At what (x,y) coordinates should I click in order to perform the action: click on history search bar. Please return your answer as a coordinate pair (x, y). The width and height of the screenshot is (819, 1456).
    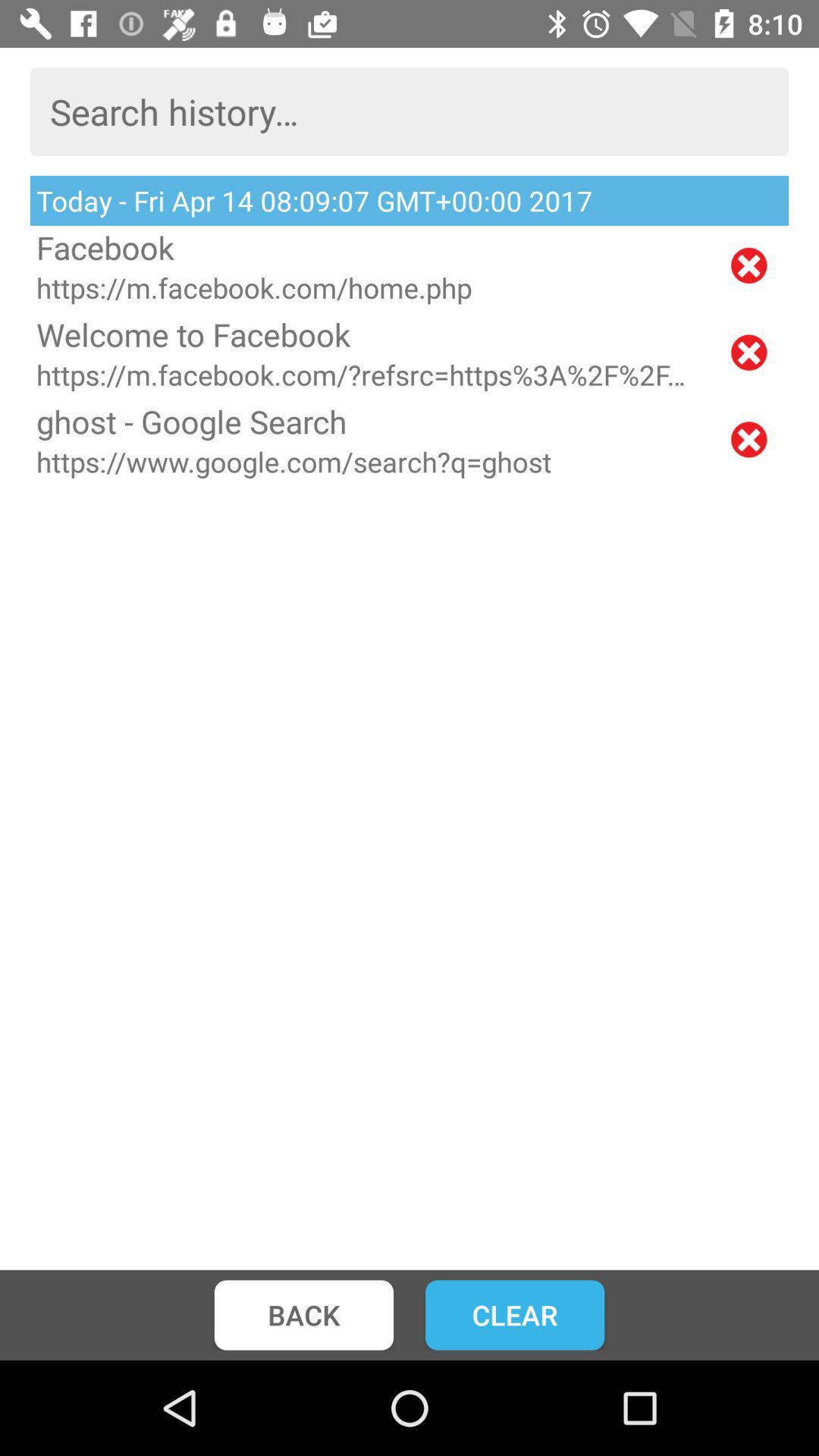
    Looking at the image, I should click on (409, 111).